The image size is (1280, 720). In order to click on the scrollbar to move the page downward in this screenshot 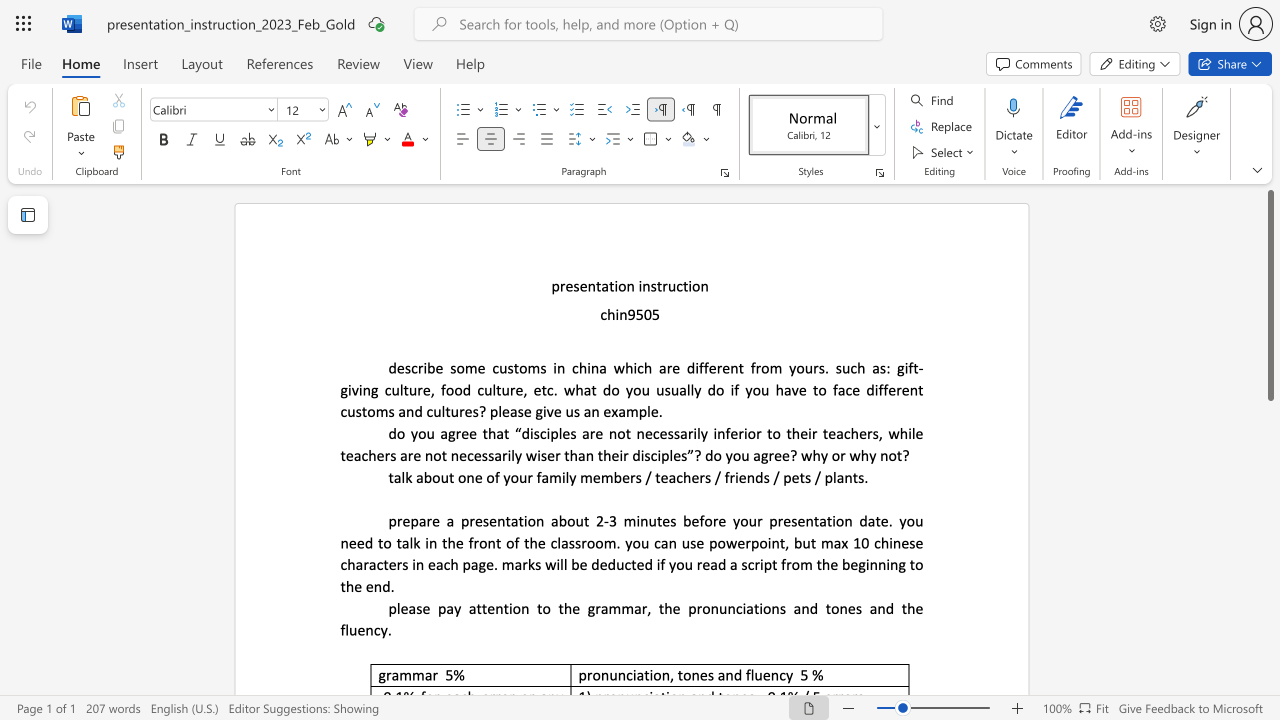, I will do `click(1269, 438)`.